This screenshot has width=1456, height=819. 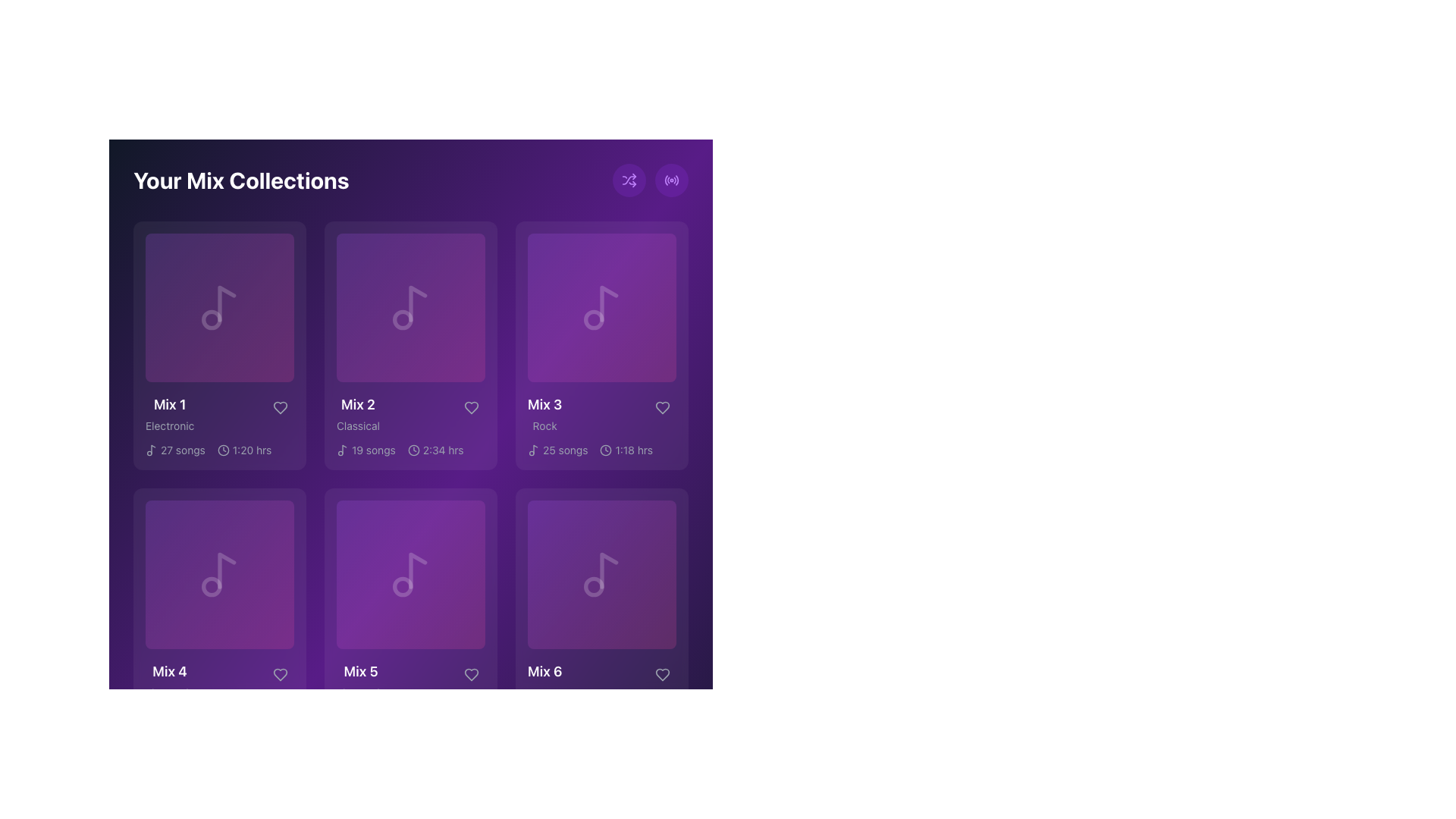 What do you see at coordinates (564, 450) in the screenshot?
I see `information displayed in the Text label indicating the number of songs in the 'Mix 3' collection, located at the bottom-left area of the block adjacent to the music icon` at bounding box center [564, 450].